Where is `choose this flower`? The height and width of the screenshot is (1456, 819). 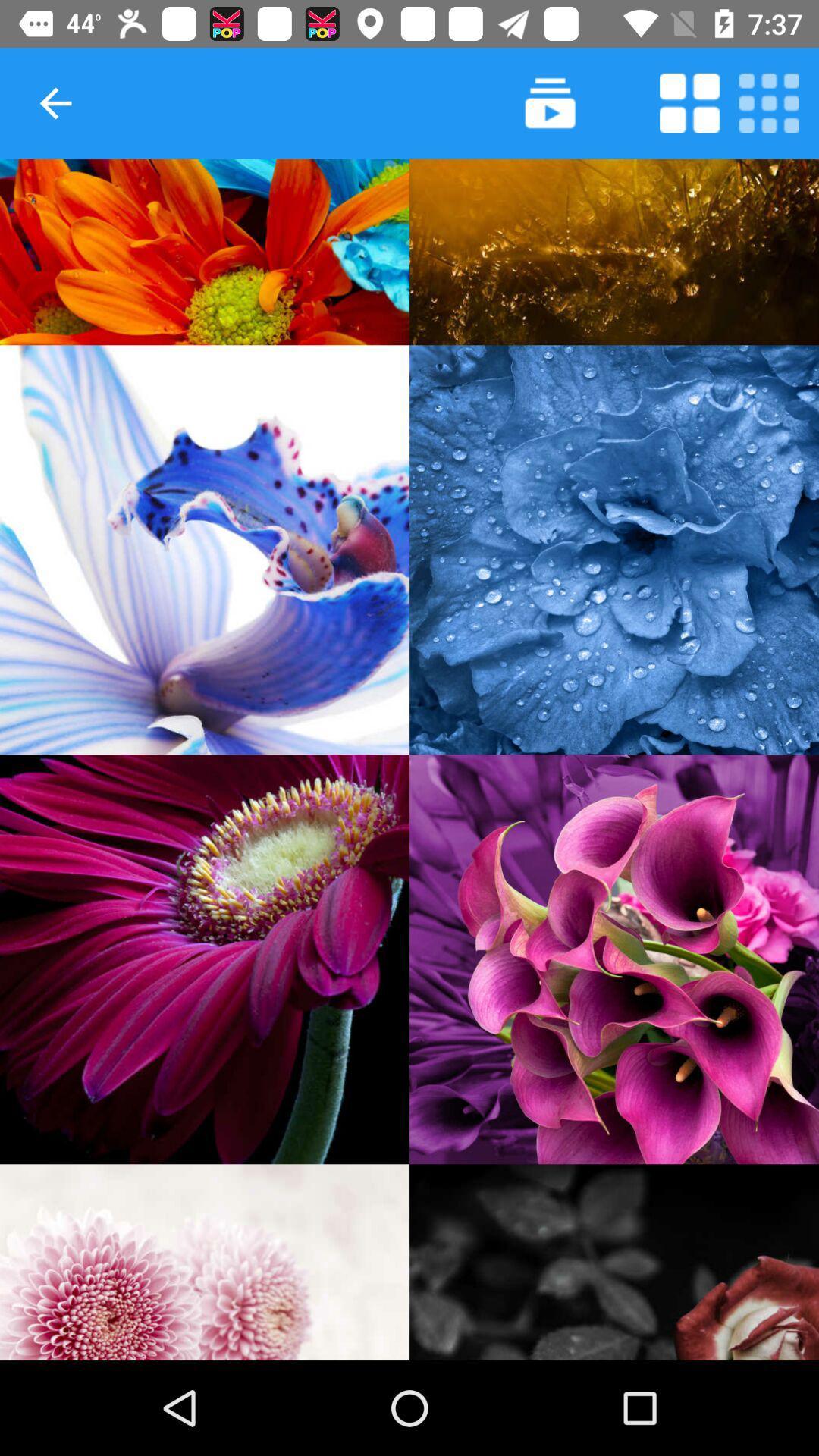 choose this flower is located at coordinates (614, 549).